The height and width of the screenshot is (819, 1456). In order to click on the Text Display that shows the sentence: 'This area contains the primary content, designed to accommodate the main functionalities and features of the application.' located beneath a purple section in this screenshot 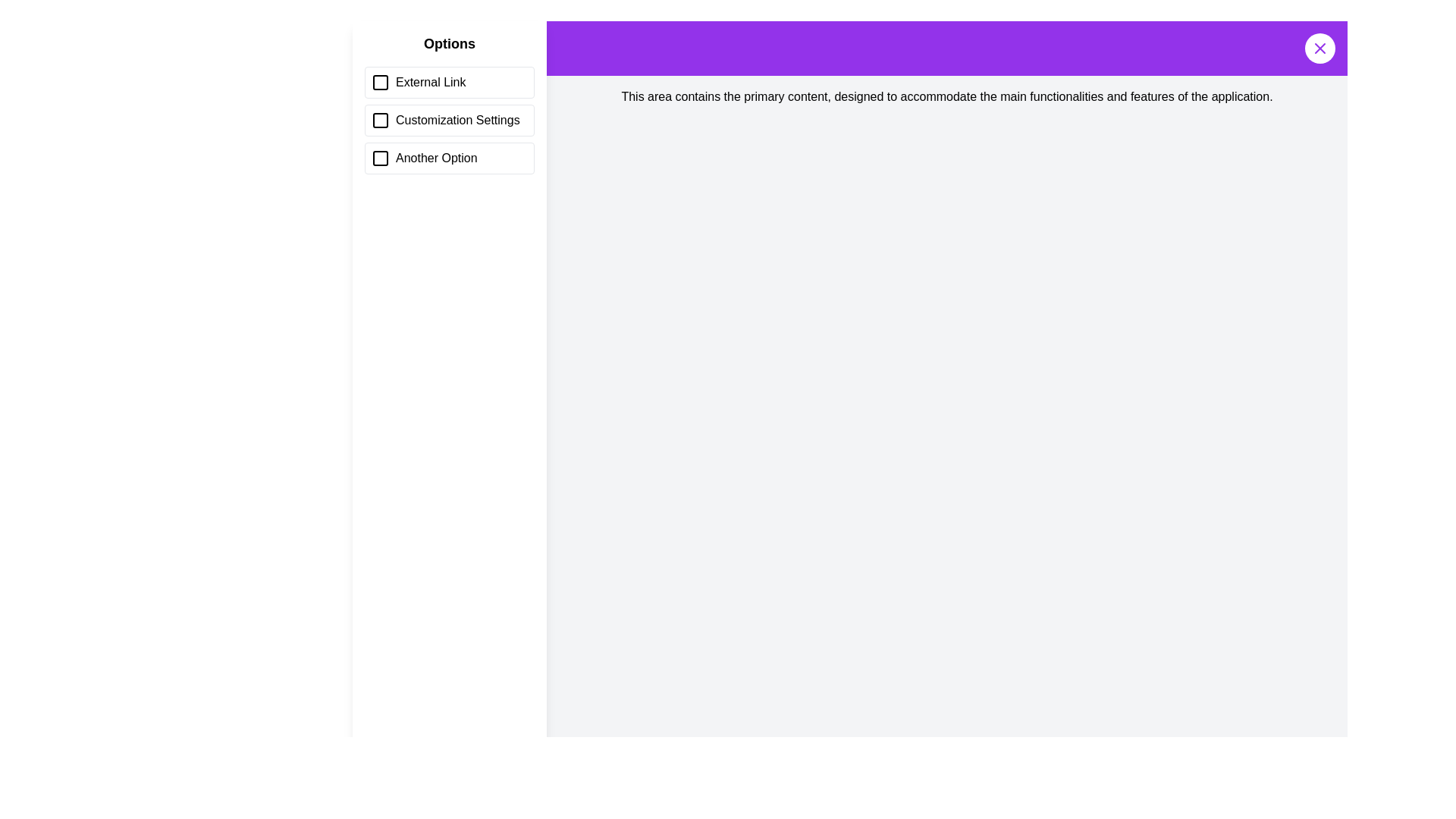, I will do `click(946, 96)`.